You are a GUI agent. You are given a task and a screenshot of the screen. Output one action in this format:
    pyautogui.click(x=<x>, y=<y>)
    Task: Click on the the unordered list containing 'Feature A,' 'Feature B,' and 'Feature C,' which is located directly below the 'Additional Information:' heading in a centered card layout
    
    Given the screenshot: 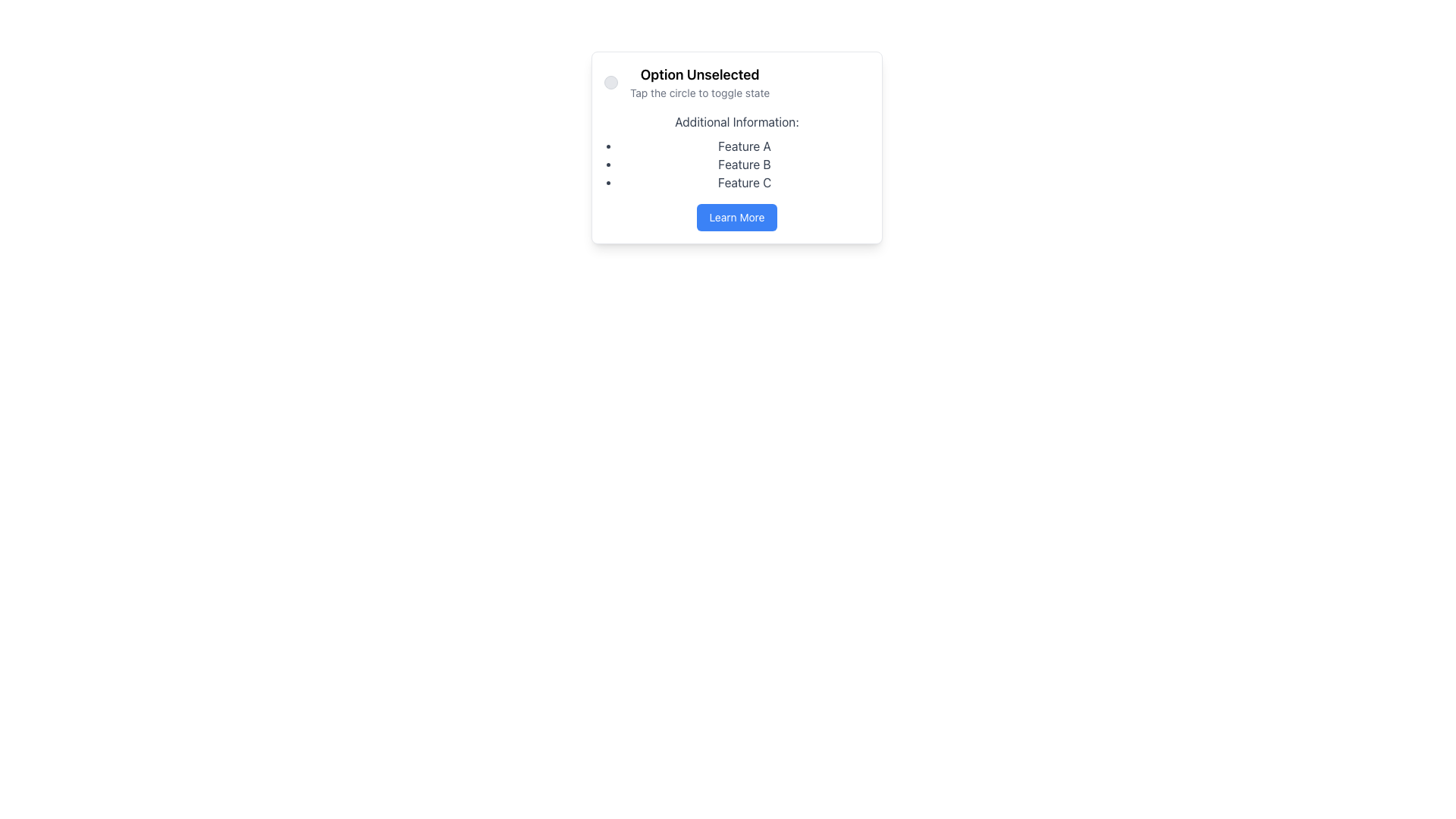 What is the action you would take?
    pyautogui.click(x=736, y=164)
    